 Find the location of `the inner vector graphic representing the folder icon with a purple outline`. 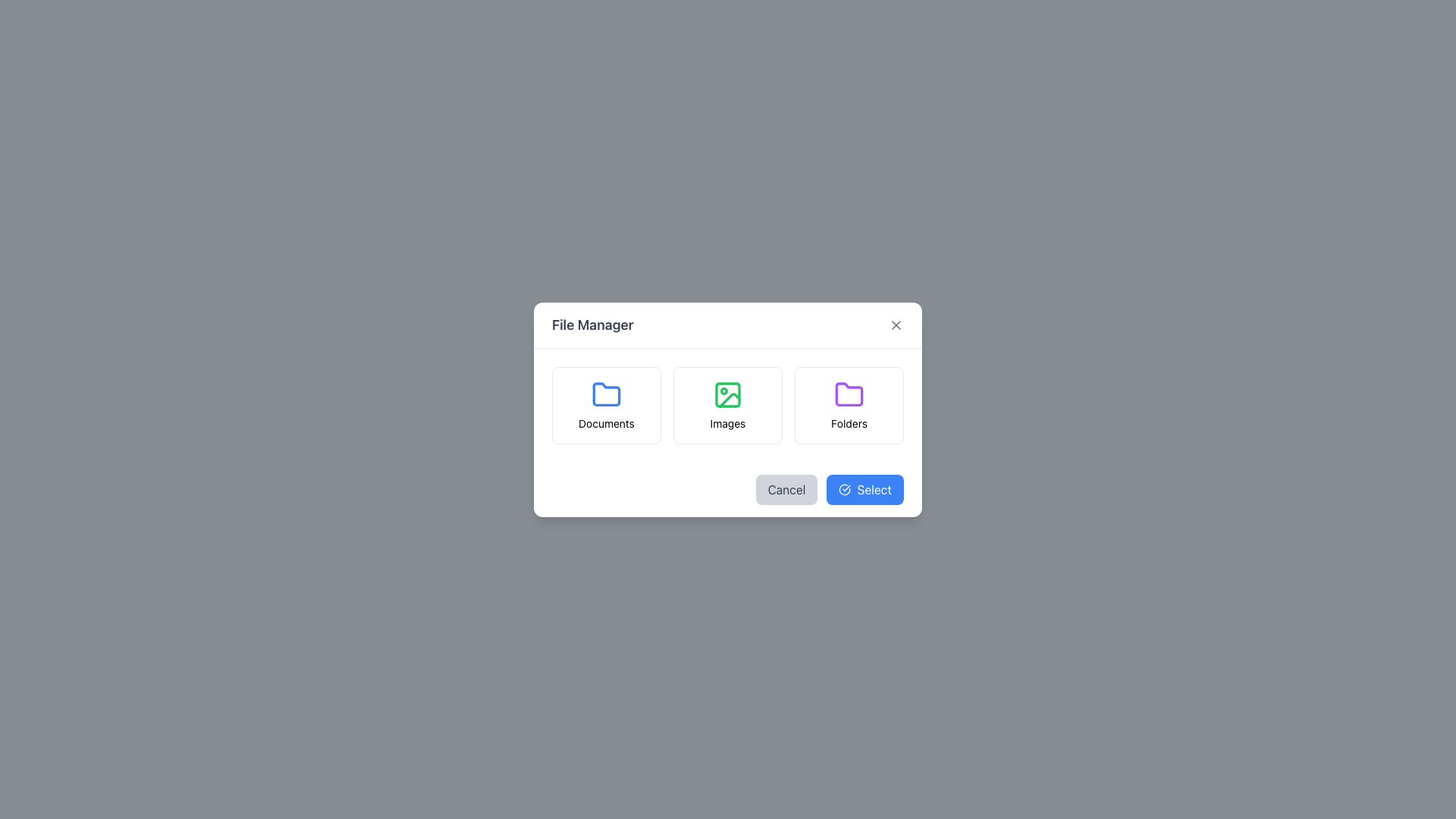

the inner vector graphic representing the folder icon with a purple outline is located at coordinates (848, 393).